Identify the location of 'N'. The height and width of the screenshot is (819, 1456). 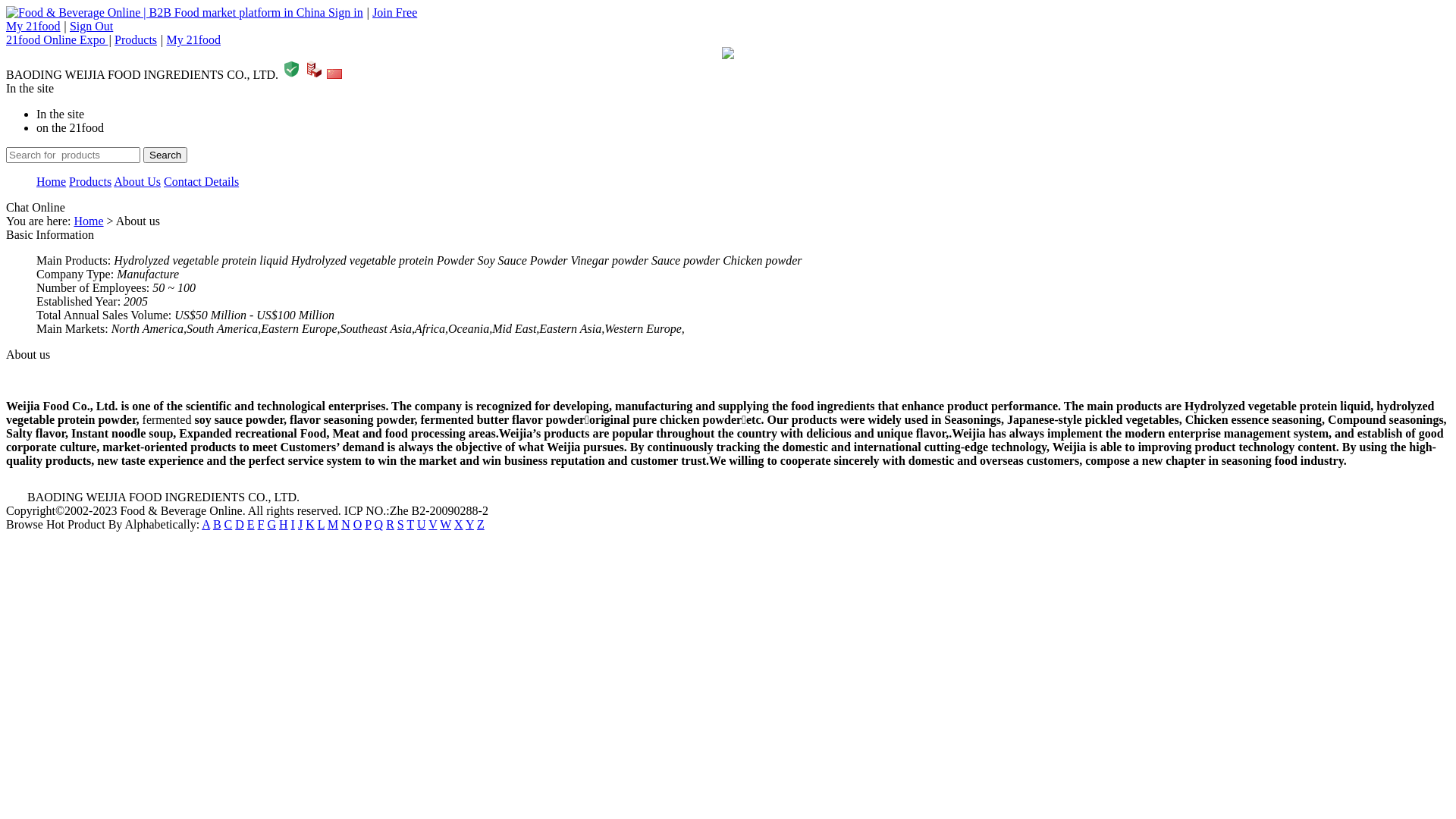
(345, 523).